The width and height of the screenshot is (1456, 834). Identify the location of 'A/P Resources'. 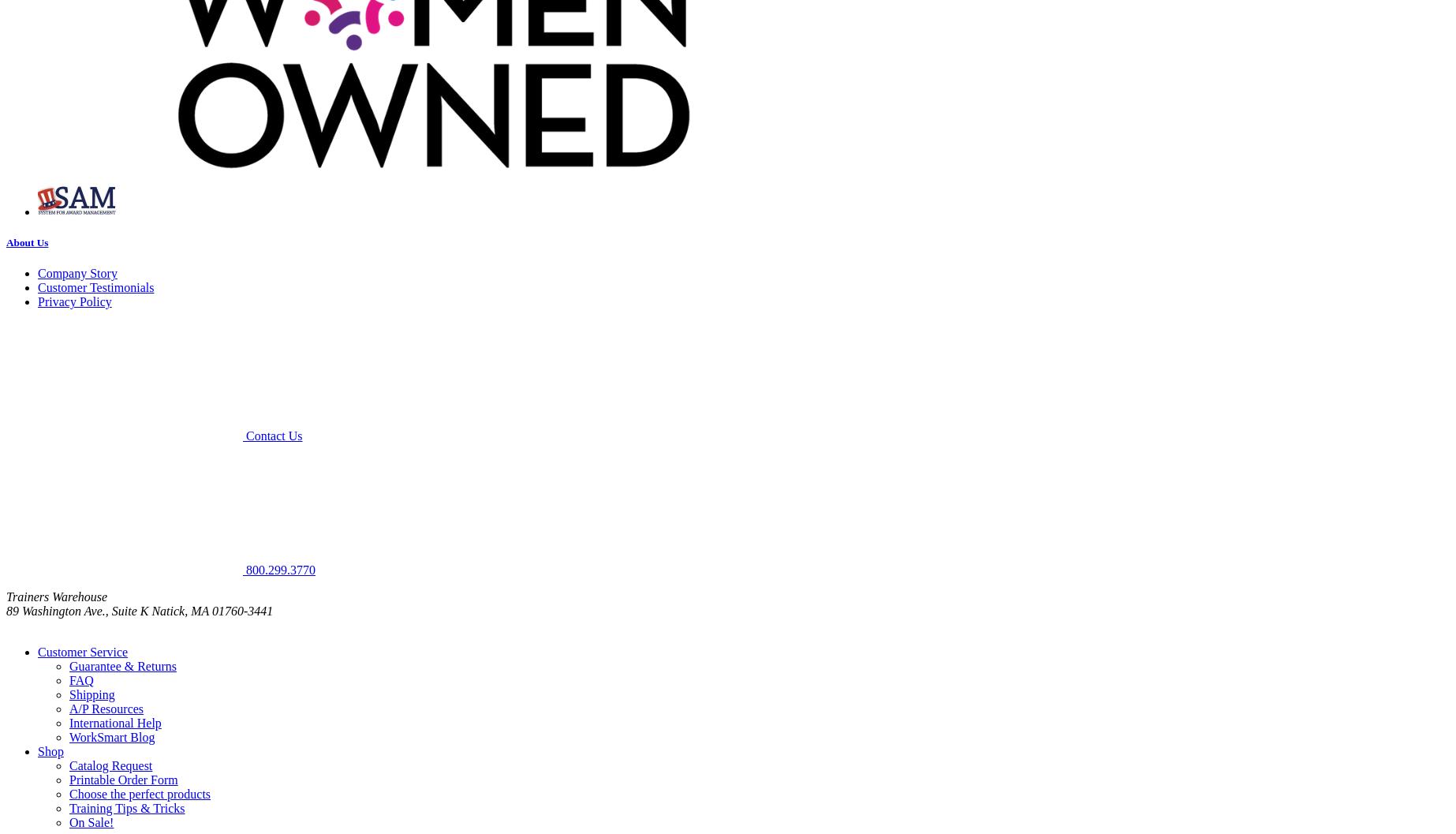
(69, 708).